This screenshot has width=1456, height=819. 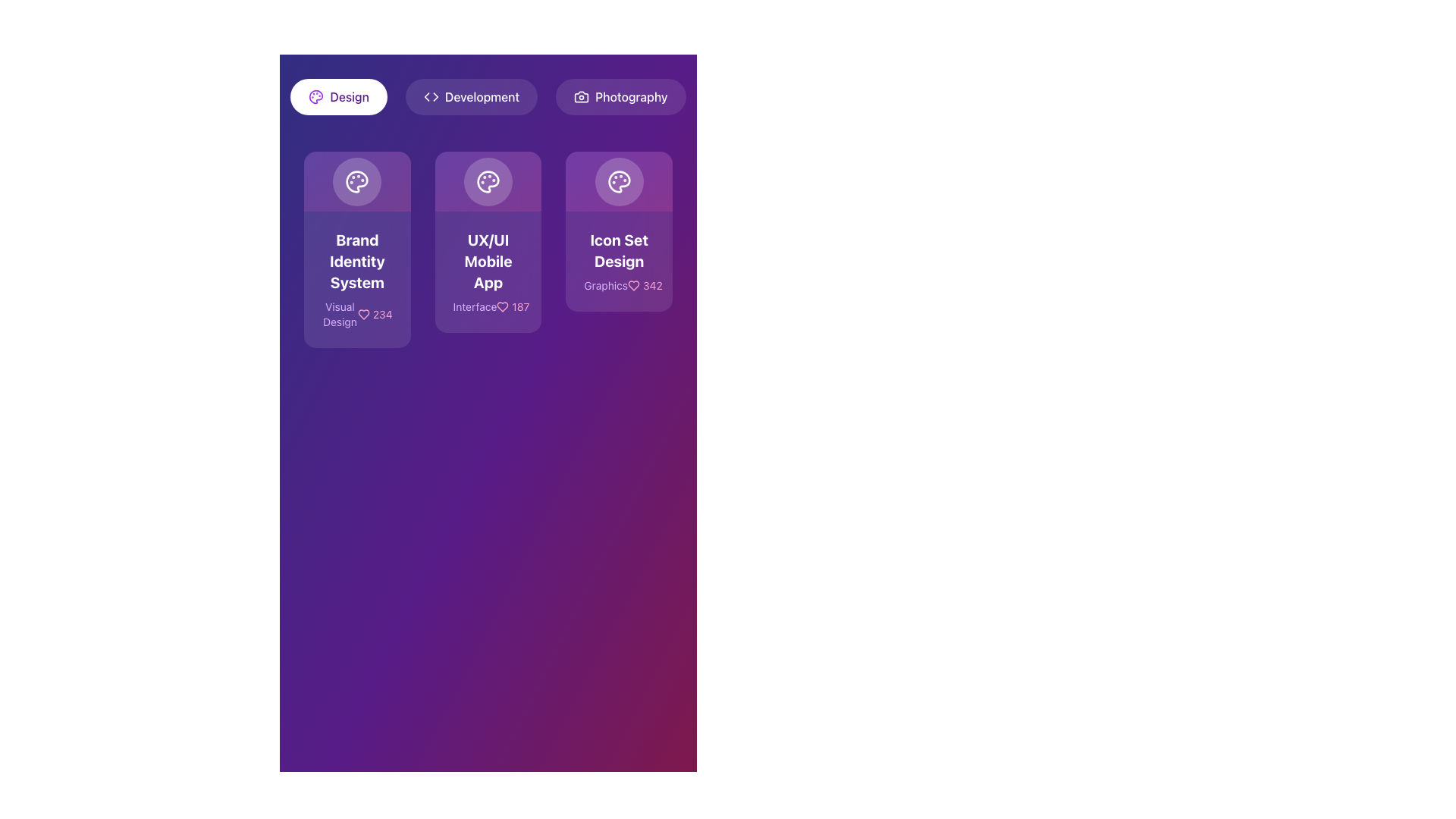 What do you see at coordinates (382, 314) in the screenshot?
I see `the text label displaying the number '234', which is styled in pink and positioned next to a heart icon, located on the lower part of the first card in a horizontal layout` at bounding box center [382, 314].